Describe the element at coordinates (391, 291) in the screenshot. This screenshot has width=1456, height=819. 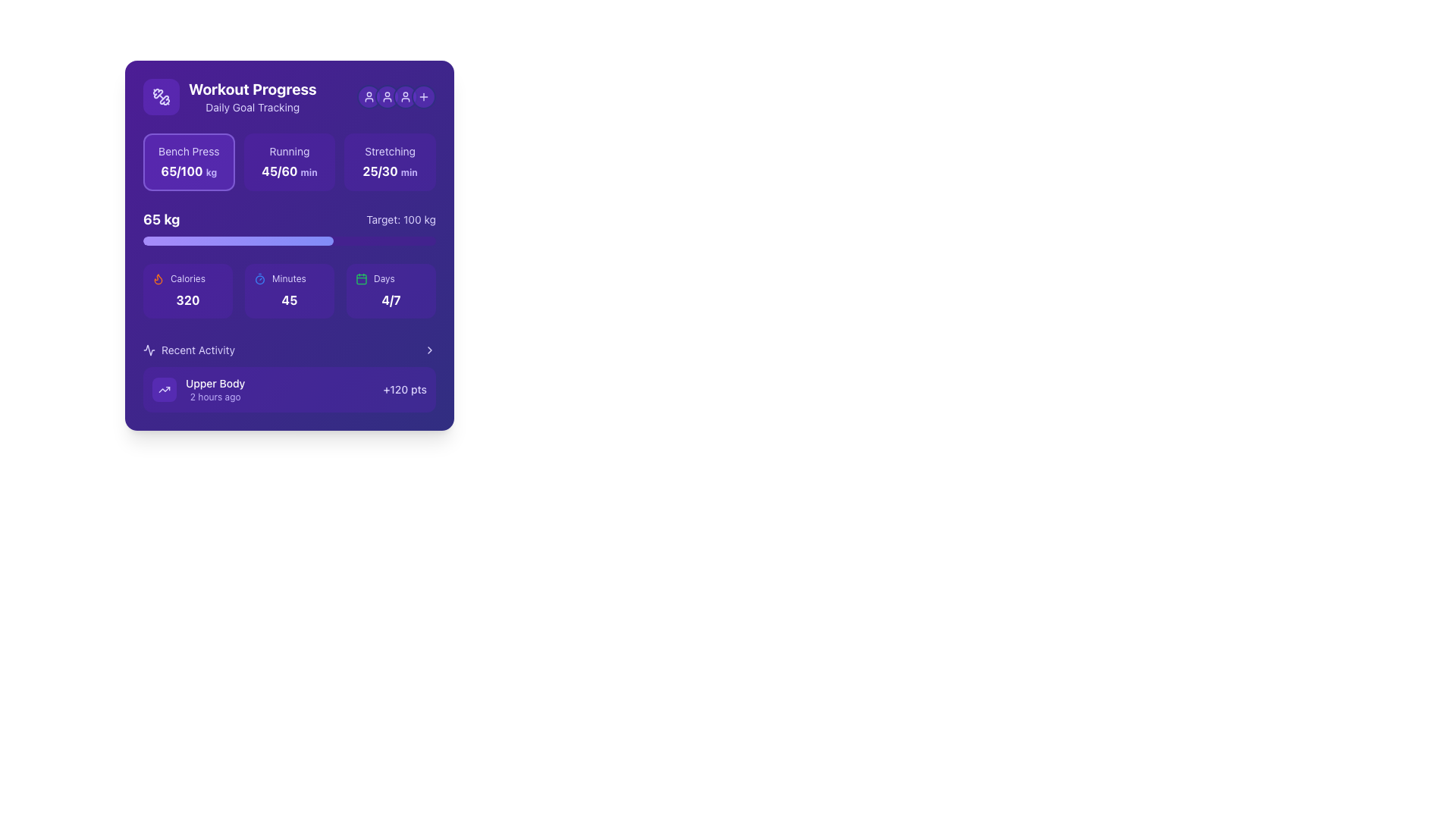
I see `the informational display with progress data that features a violet background, a green calendar icon, and the text '4/7'` at that location.